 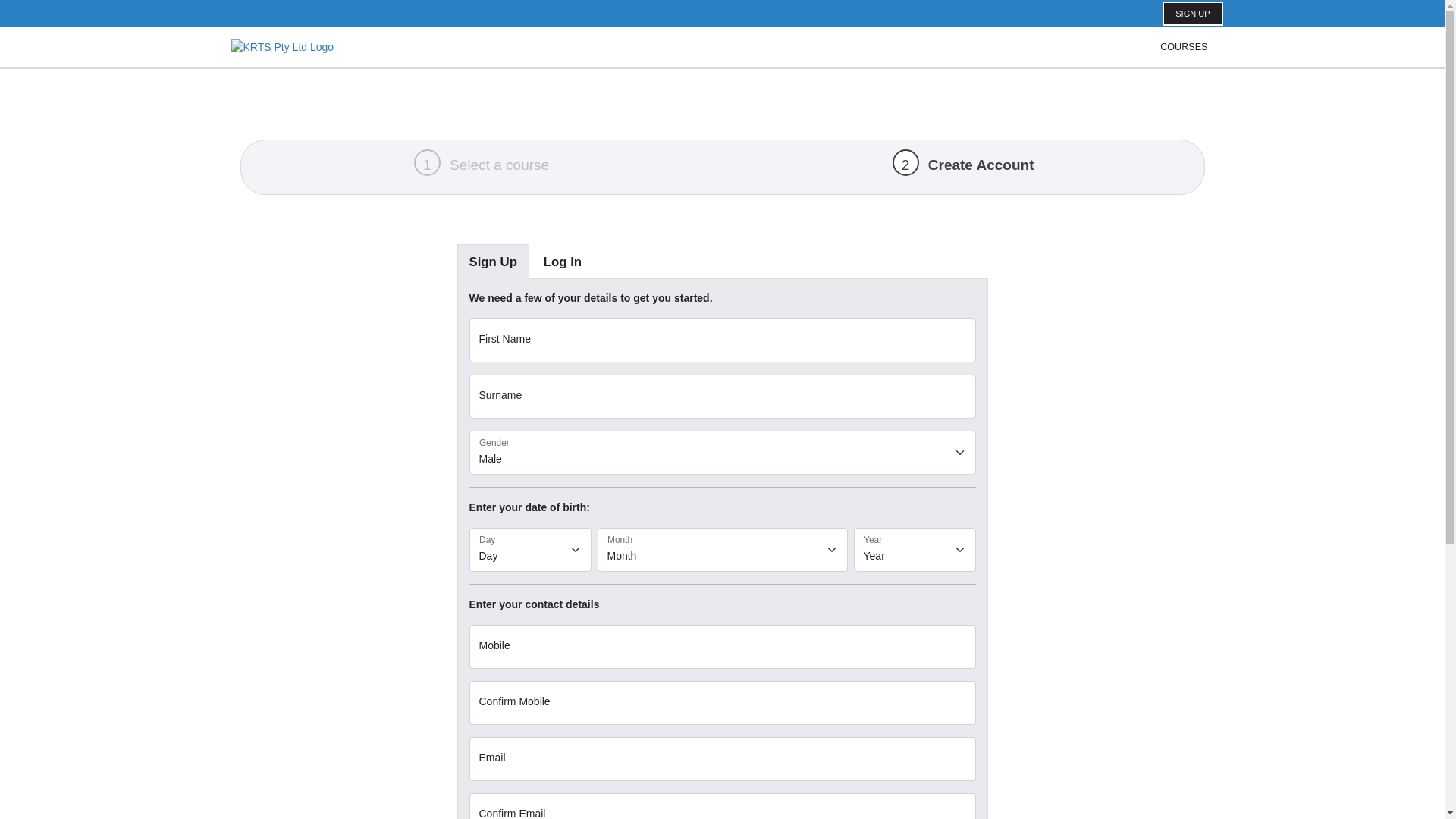 What do you see at coordinates (1153, 46) in the screenshot?
I see `'COURSES'` at bounding box center [1153, 46].